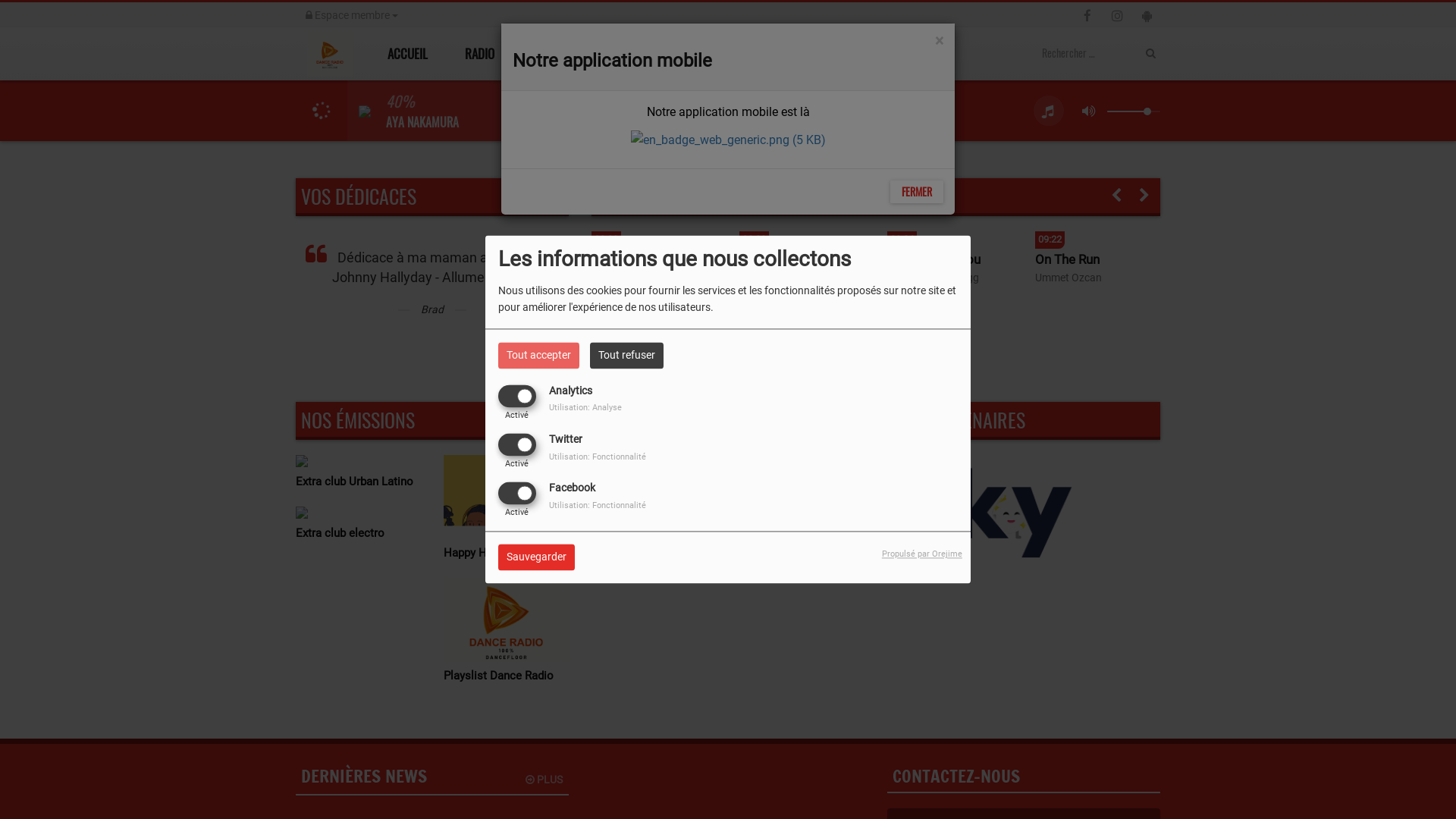 The height and width of the screenshot is (819, 1456). I want to click on 'Extra club Urban Latino', so click(357, 482).